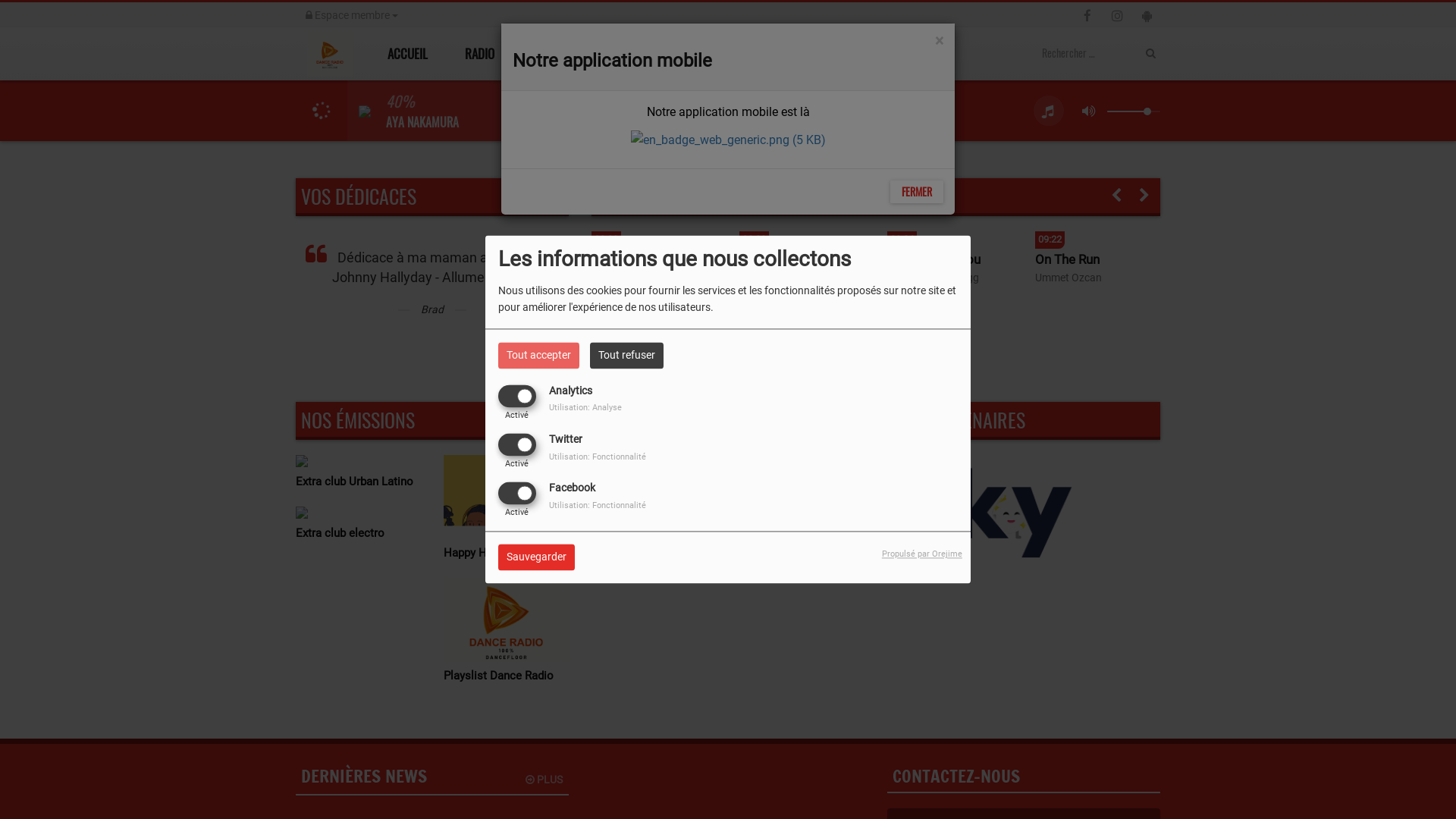 The height and width of the screenshot is (819, 1456). I want to click on 'Extra club Urban Latino', so click(357, 482).